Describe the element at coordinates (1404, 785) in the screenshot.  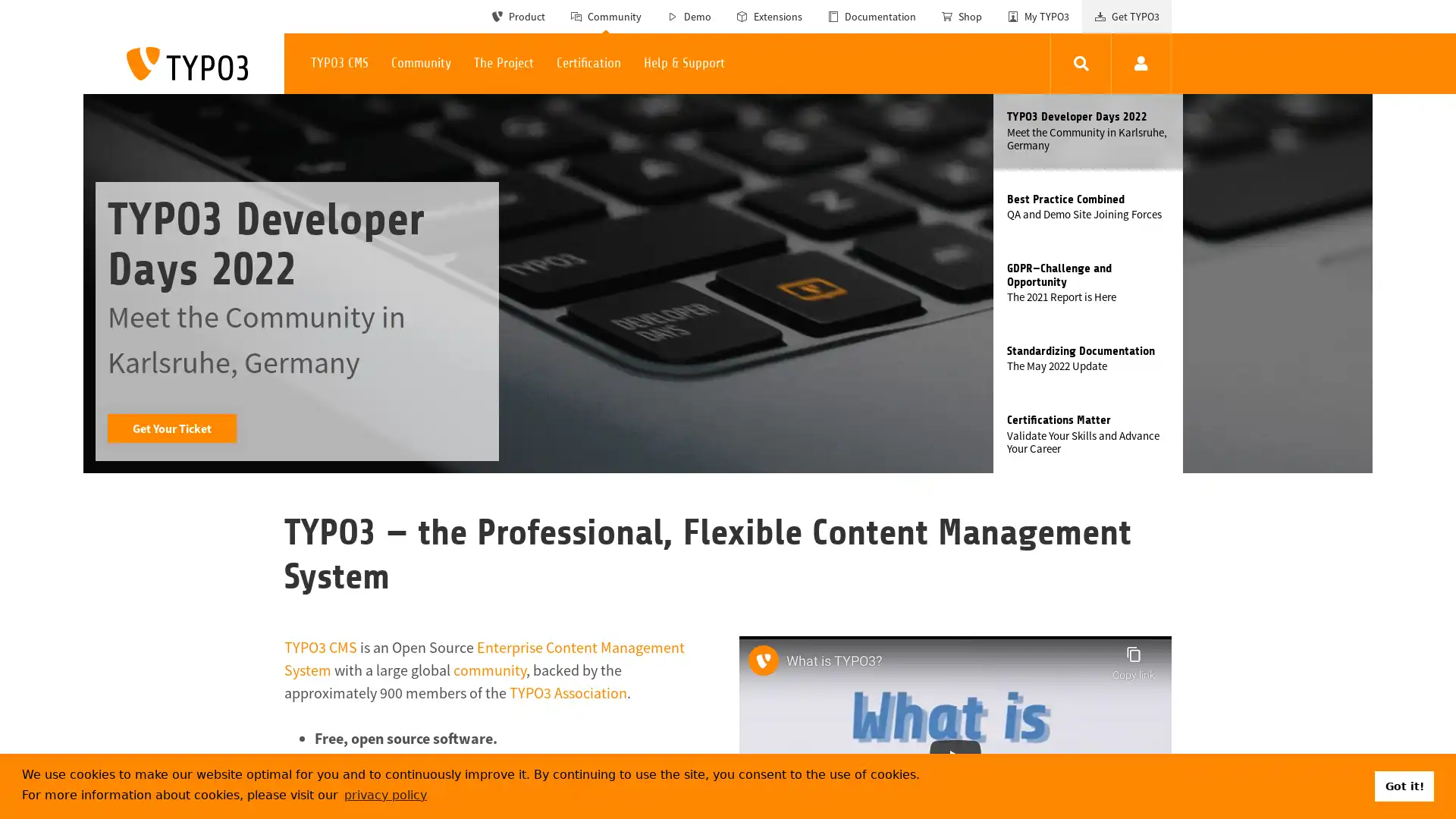
I see `dismiss cookie message` at that location.